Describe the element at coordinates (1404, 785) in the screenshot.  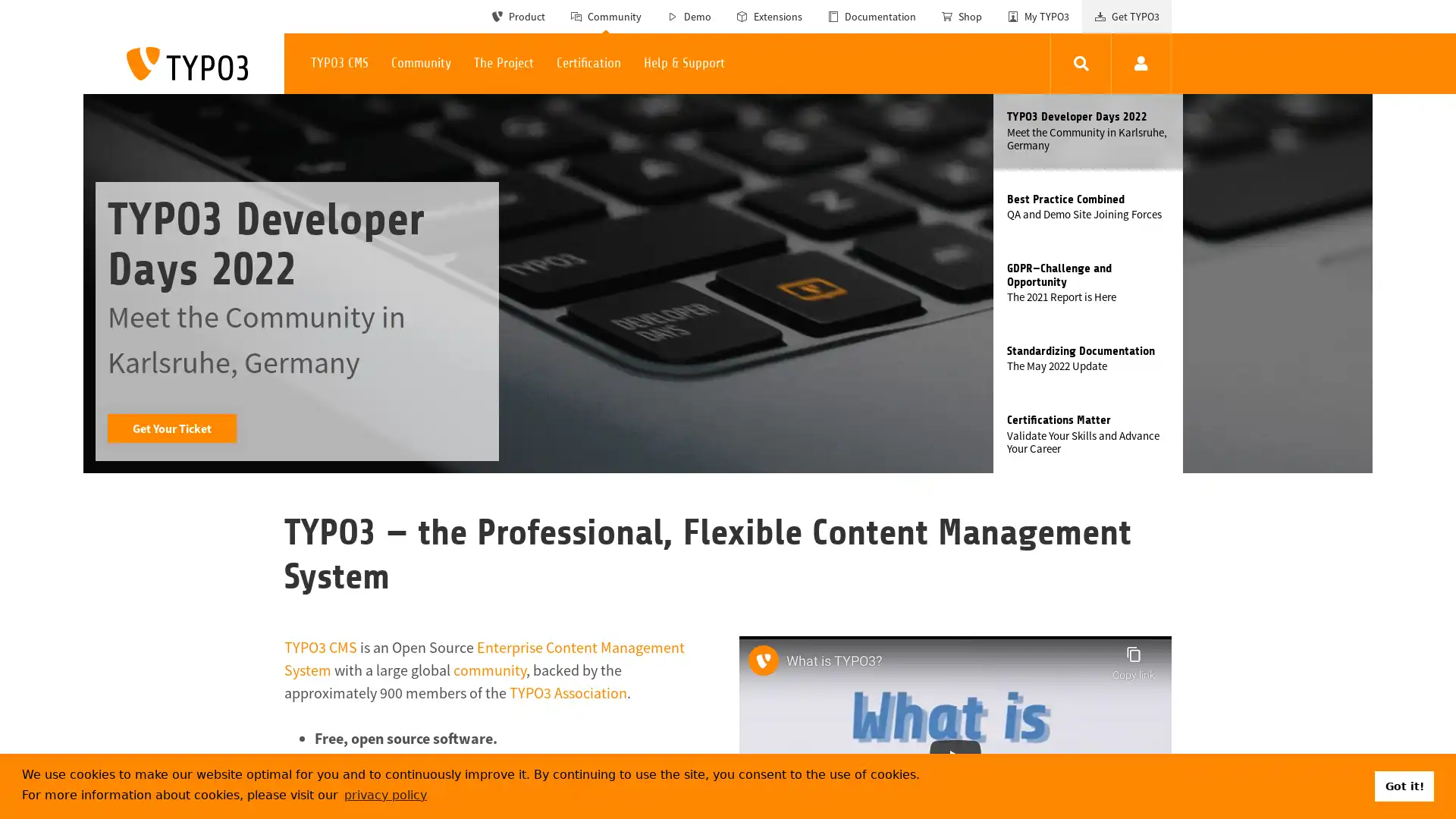
I see `dismiss cookie message` at that location.